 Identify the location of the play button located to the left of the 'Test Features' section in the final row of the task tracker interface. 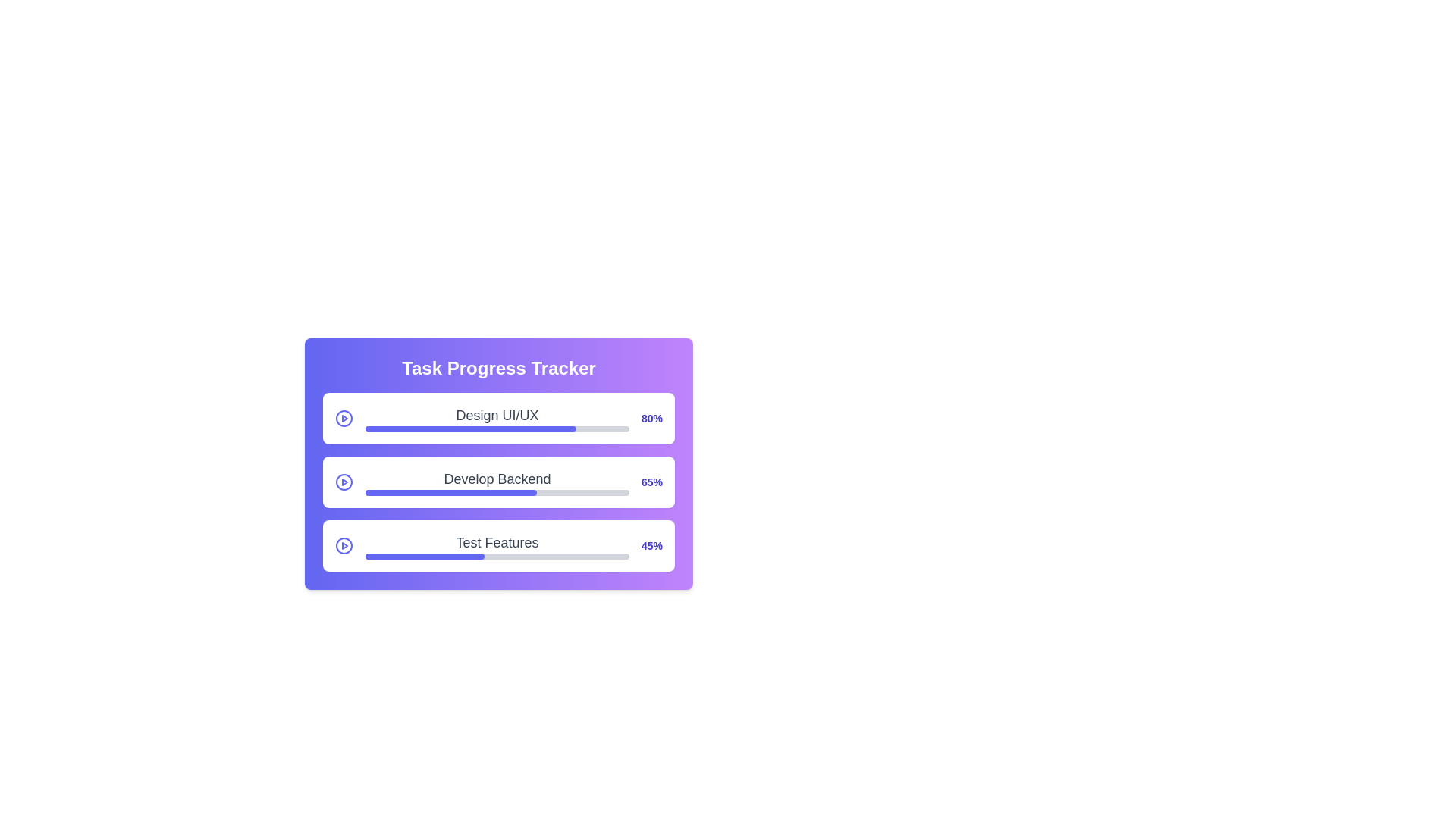
(344, 546).